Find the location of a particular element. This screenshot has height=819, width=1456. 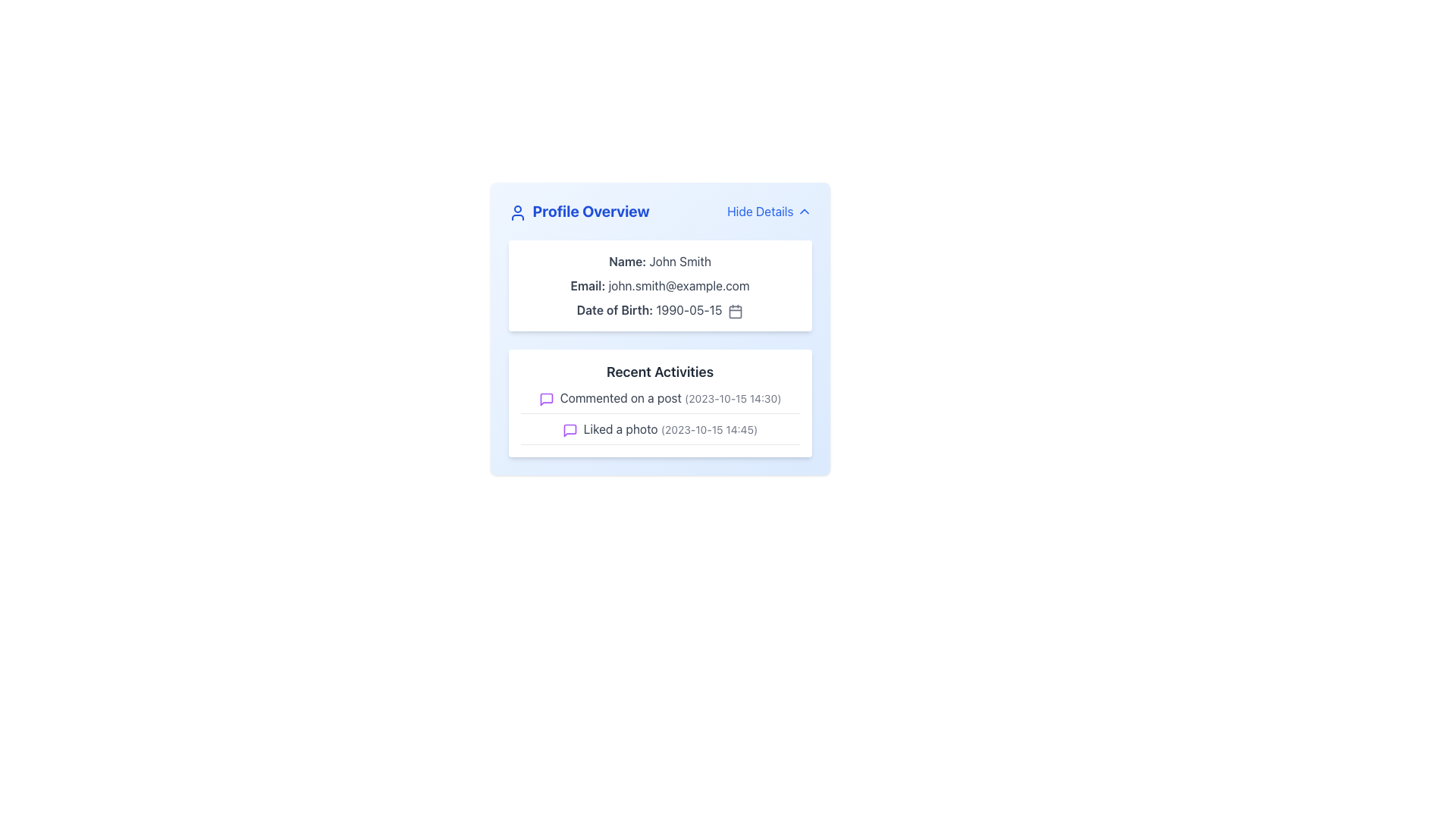

the small upward-pointing chevron icon located next to the 'Hide Details' text at the top-right corner of the blue-bordered profile overview card is located at coordinates (803, 211).